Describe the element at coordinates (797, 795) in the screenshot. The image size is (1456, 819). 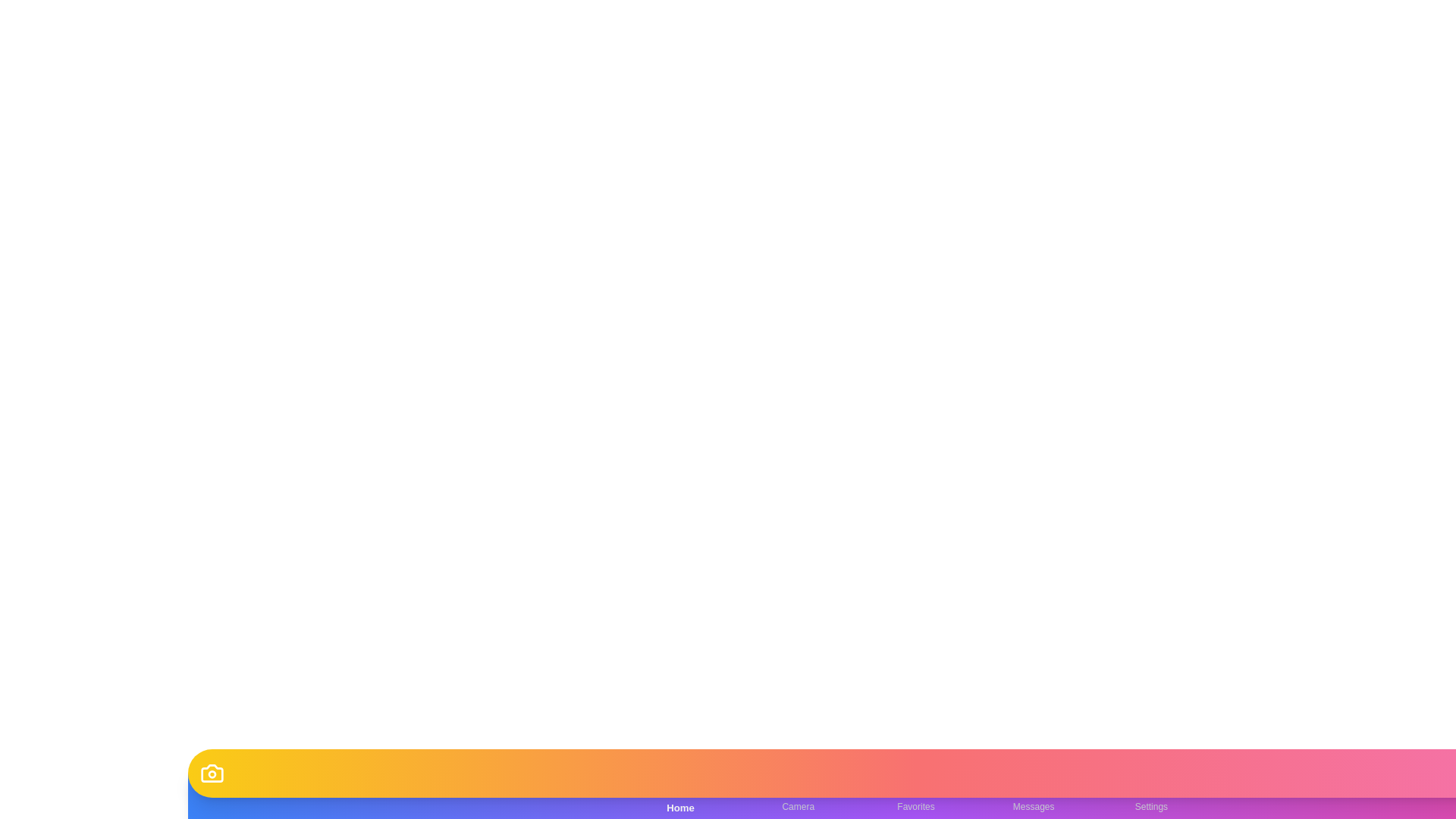
I see `the Camera button to observe its hover effect` at that location.